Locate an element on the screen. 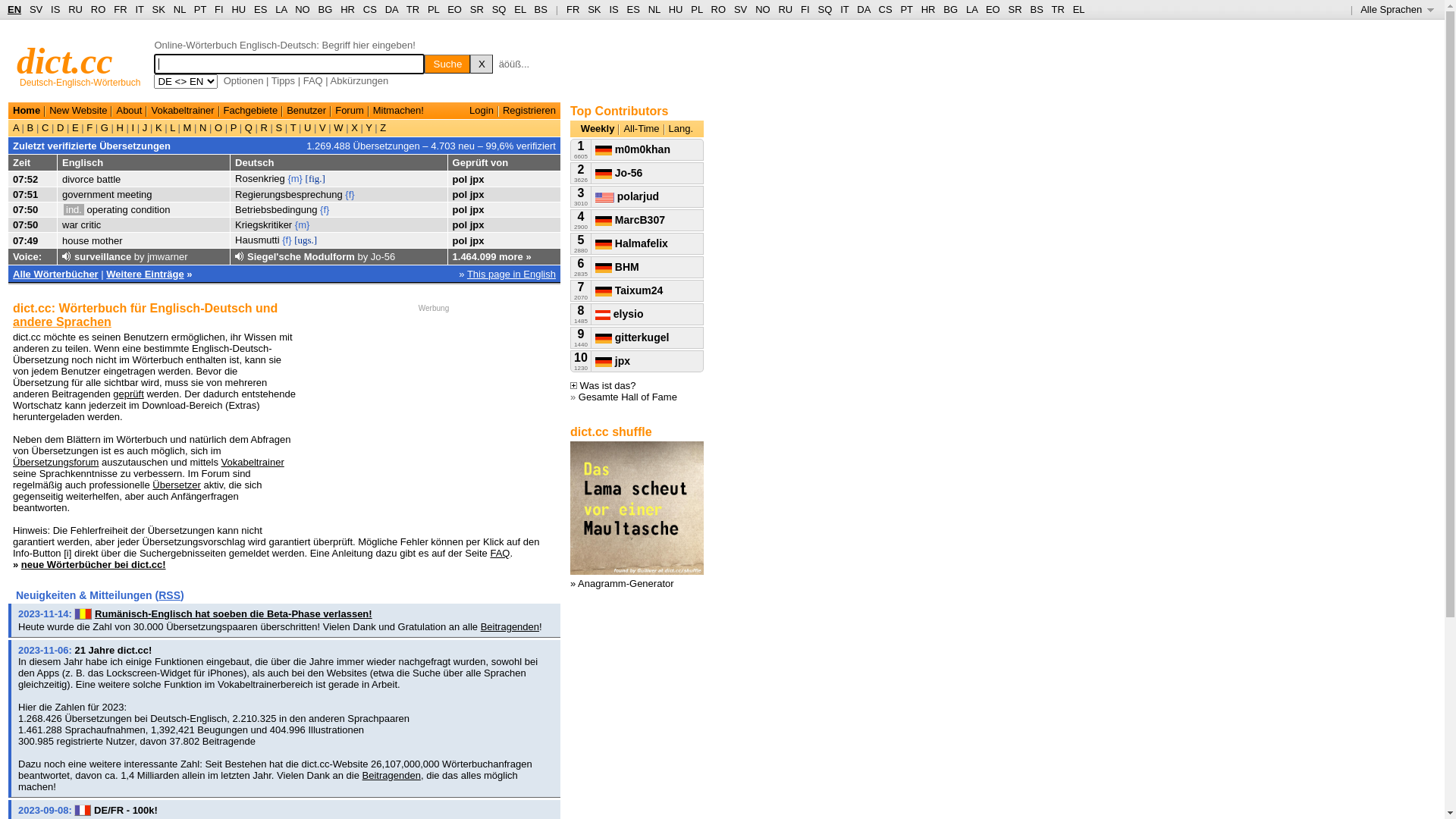 The height and width of the screenshot is (819, 1456). 'RO' is located at coordinates (718, 9).